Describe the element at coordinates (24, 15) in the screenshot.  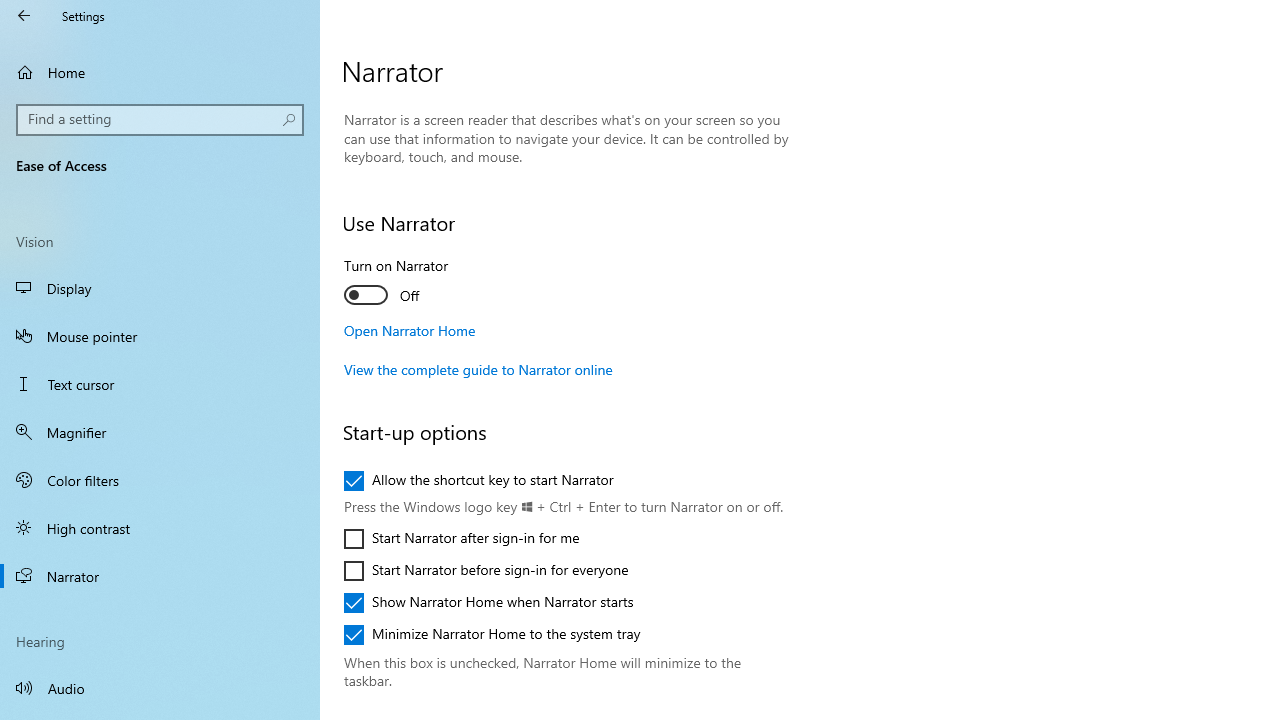
I see `'Back'` at that location.